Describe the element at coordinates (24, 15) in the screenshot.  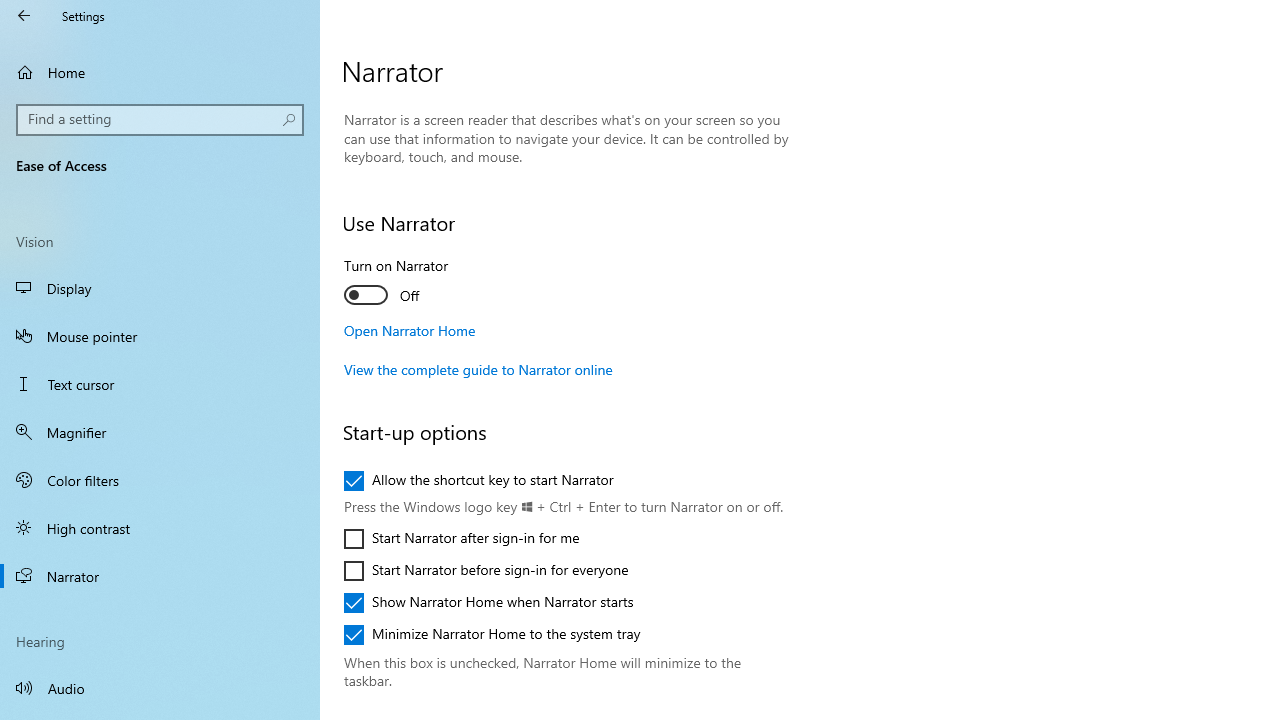
I see `'Back'` at that location.